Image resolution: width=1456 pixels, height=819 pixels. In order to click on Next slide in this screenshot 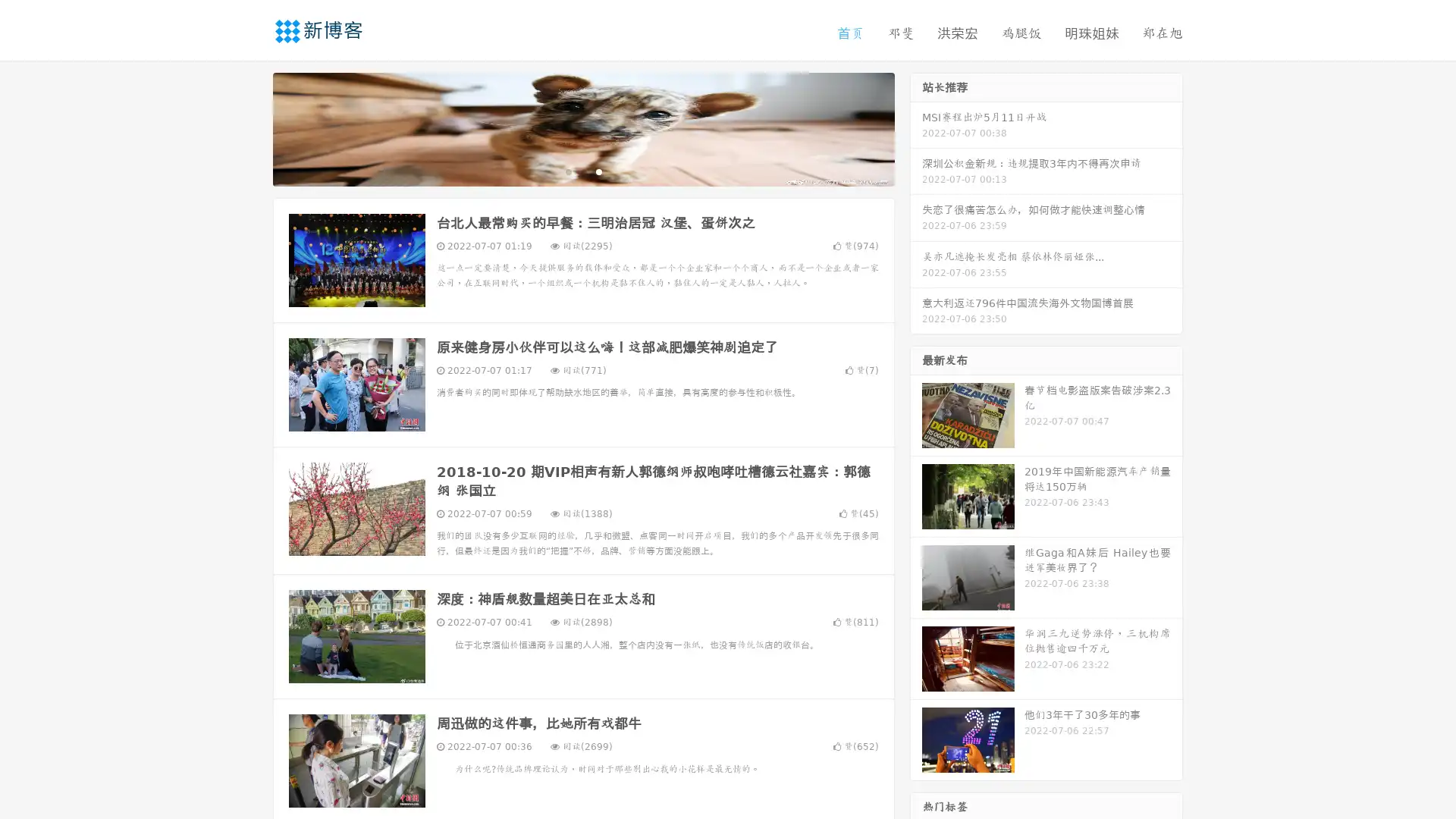, I will do `click(916, 127)`.